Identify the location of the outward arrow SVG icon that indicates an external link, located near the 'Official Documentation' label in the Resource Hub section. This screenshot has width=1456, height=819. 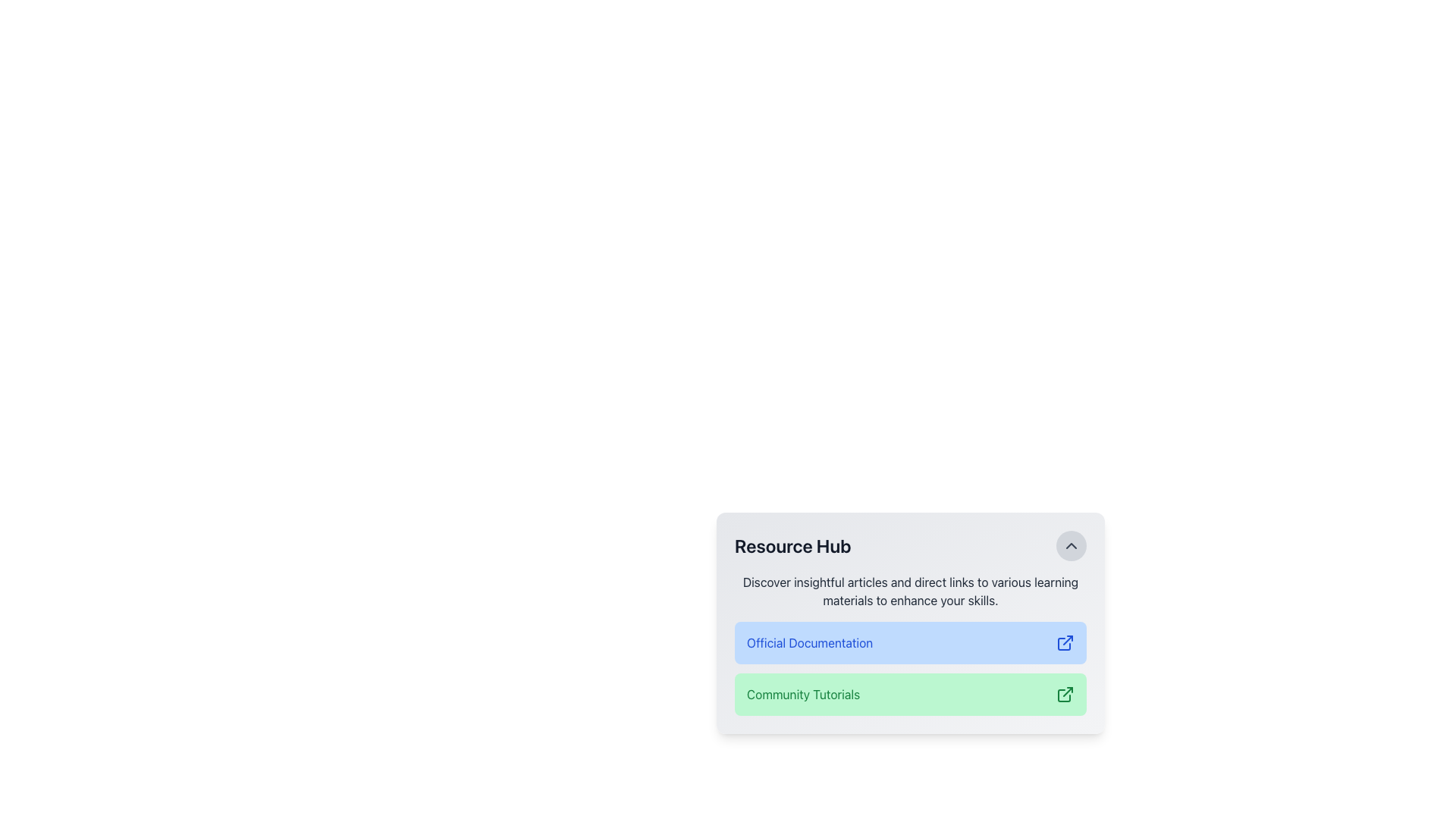
(1063, 644).